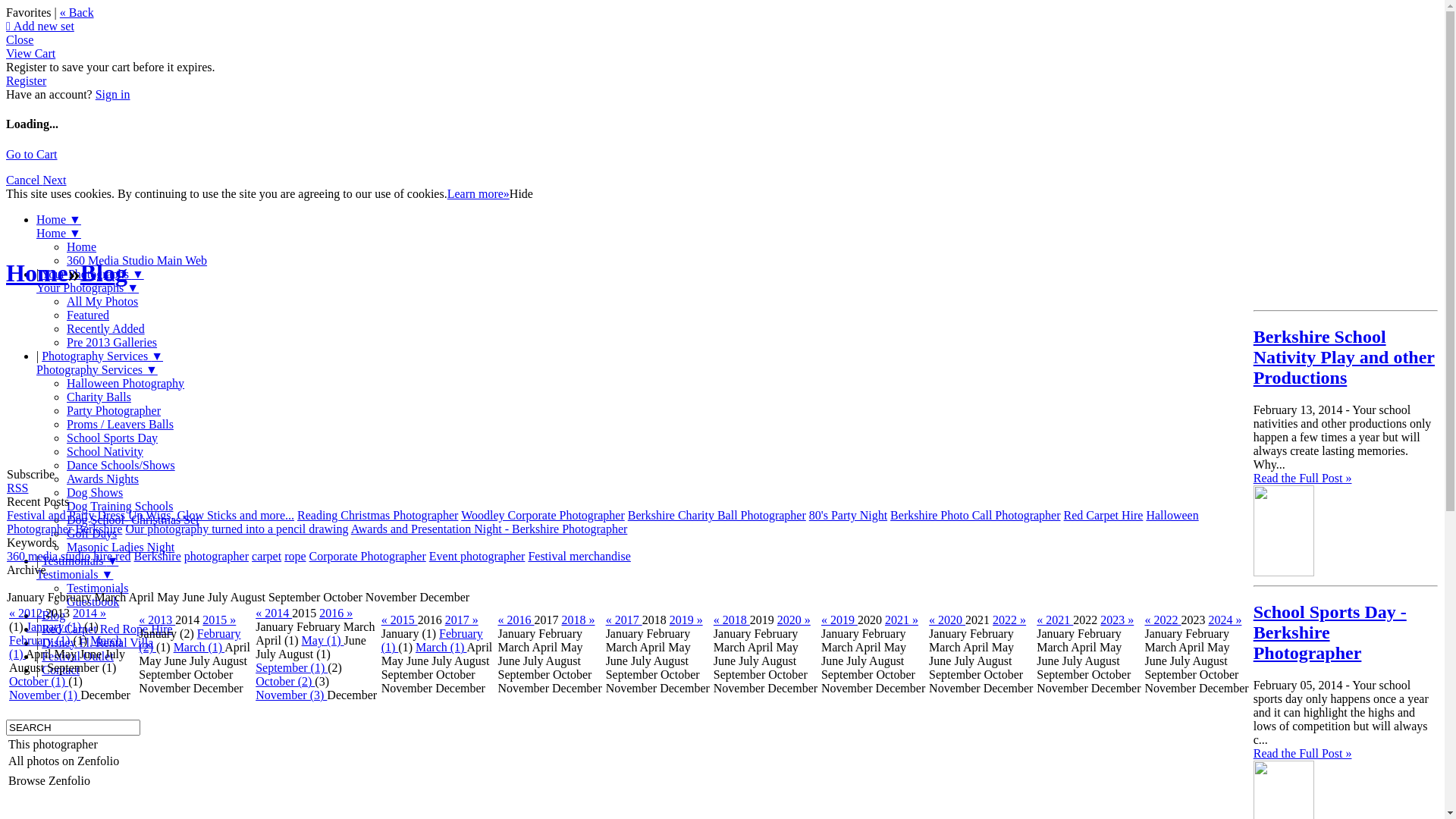 The height and width of the screenshot is (819, 1456). What do you see at coordinates (119, 424) in the screenshot?
I see `'Proms / Leavers Balls'` at bounding box center [119, 424].